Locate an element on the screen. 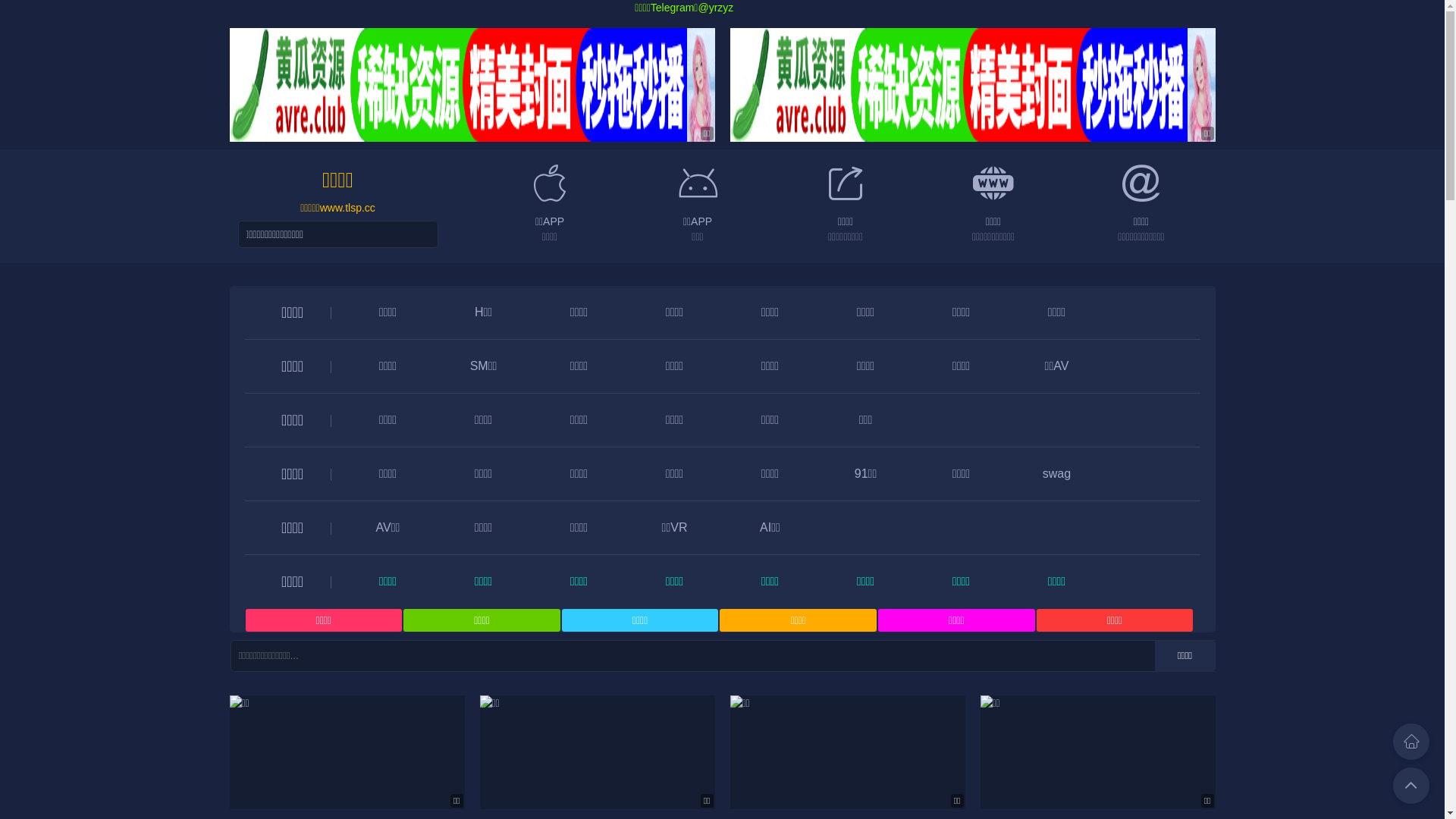 This screenshot has height=819, width=1456. 'swag' is located at coordinates (1056, 472).